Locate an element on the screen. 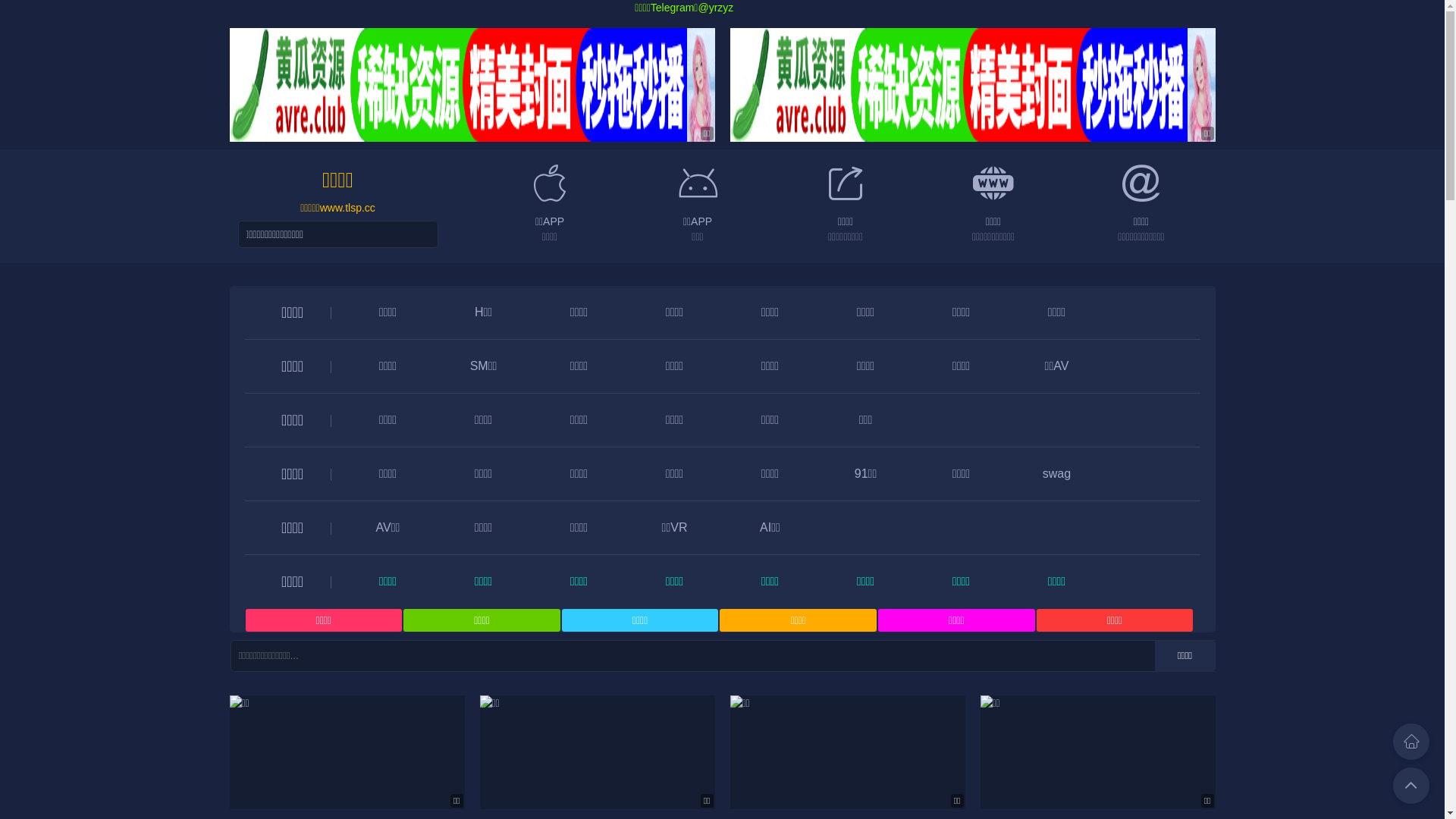 This screenshot has height=819, width=1456. 'swag' is located at coordinates (1056, 472).